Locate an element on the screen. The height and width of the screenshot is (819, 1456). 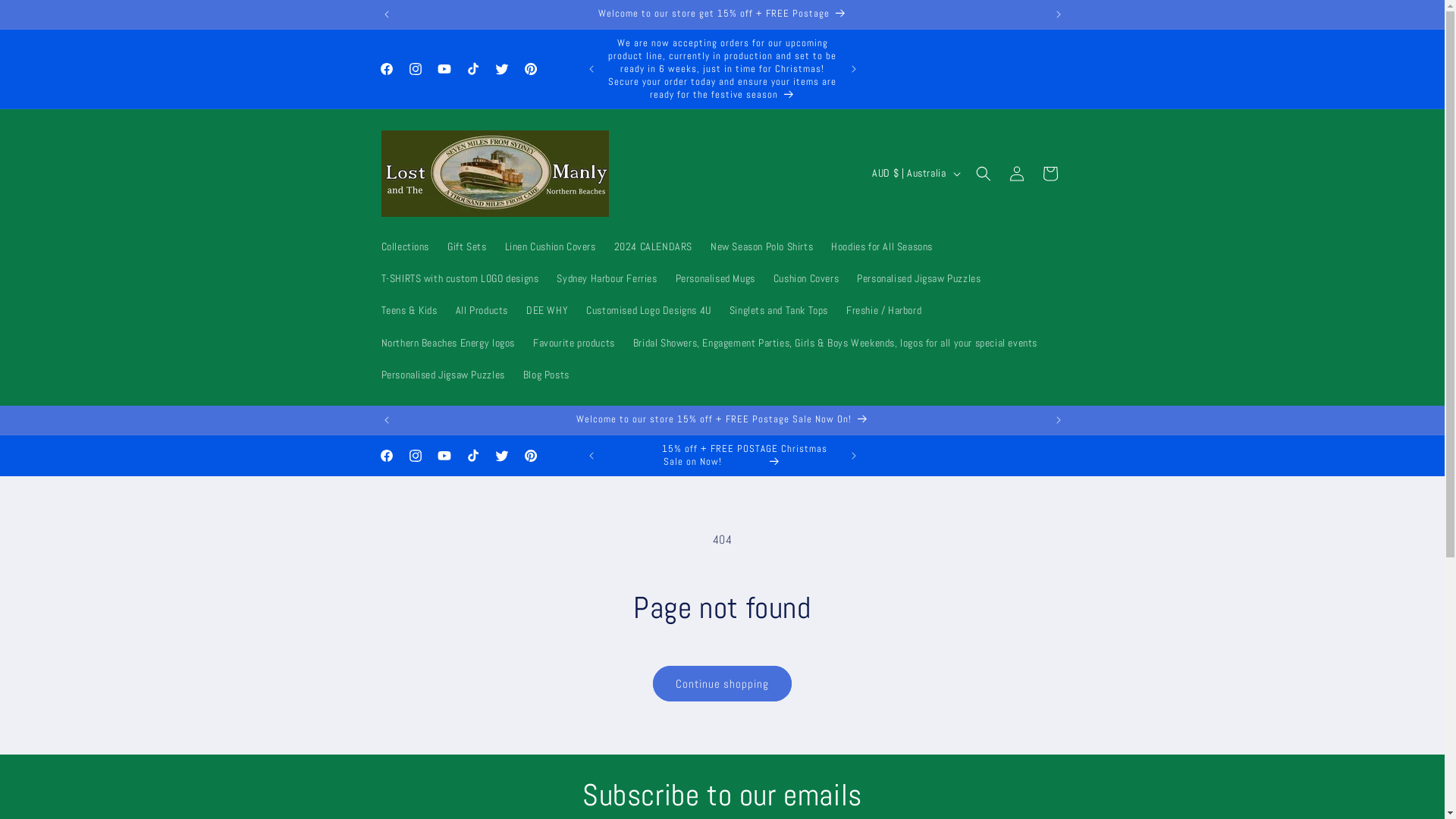
'Cushion Covers' is located at coordinates (805, 278).